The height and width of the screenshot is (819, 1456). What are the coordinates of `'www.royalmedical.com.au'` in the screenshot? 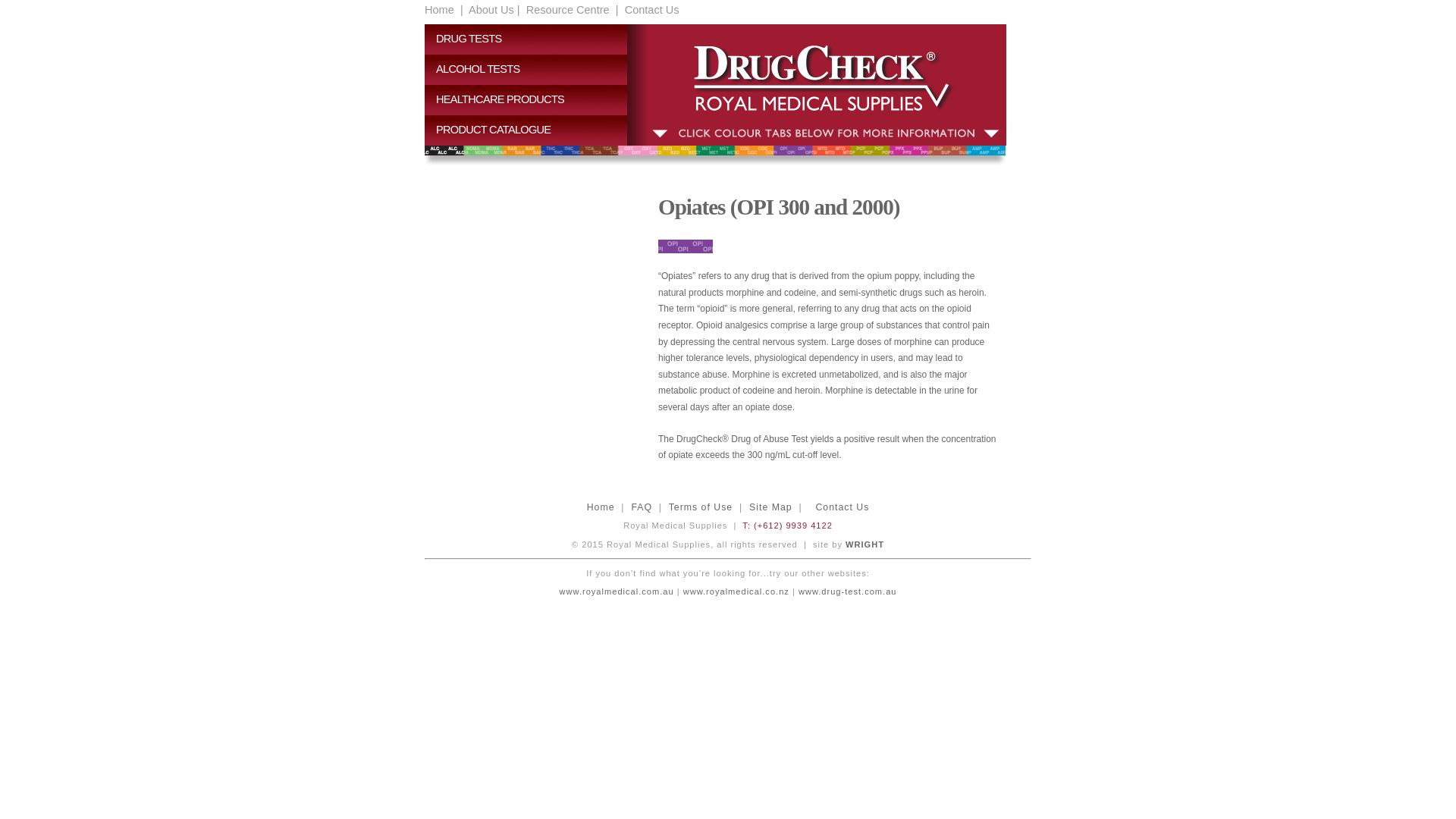 It's located at (714, 600).